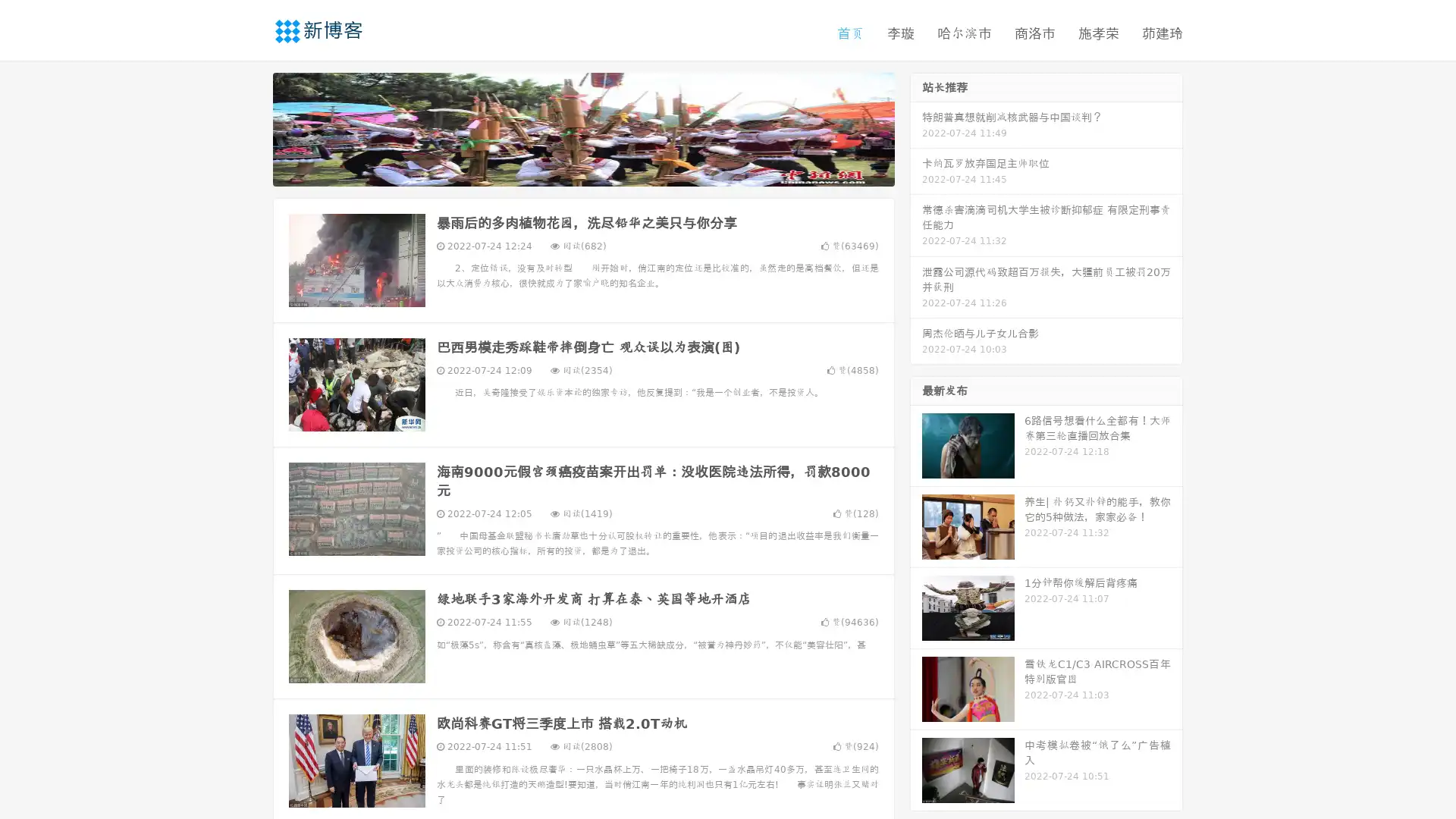  What do you see at coordinates (582, 171) in the screenshot?
I see `Go to slide 2` at bounding box center [582, 171].